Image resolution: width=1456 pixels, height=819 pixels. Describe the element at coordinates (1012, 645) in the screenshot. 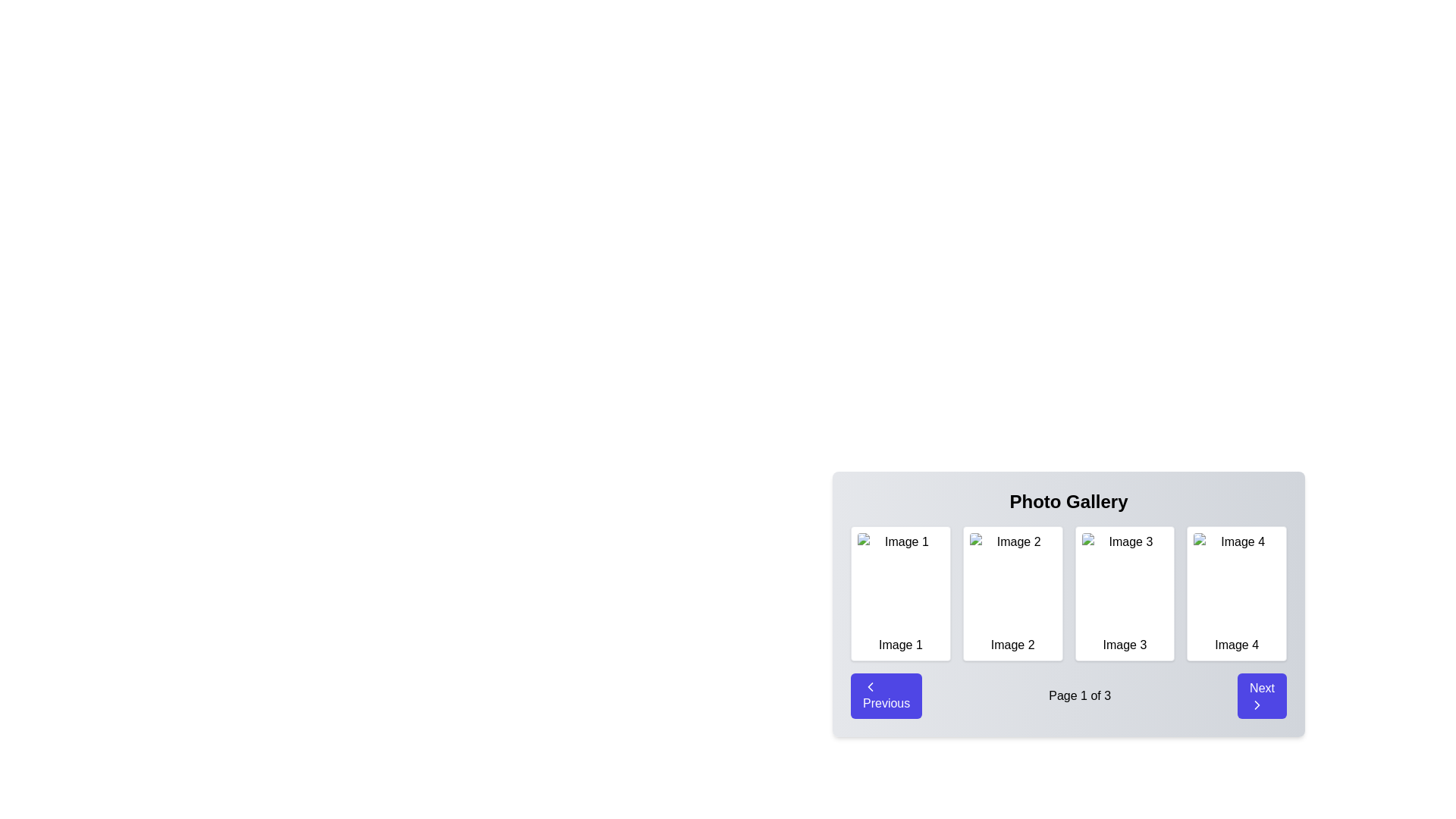

I see `the static text label displaying 'Image 2' at the bottom of the second card in the photo gallery layout` at that location.